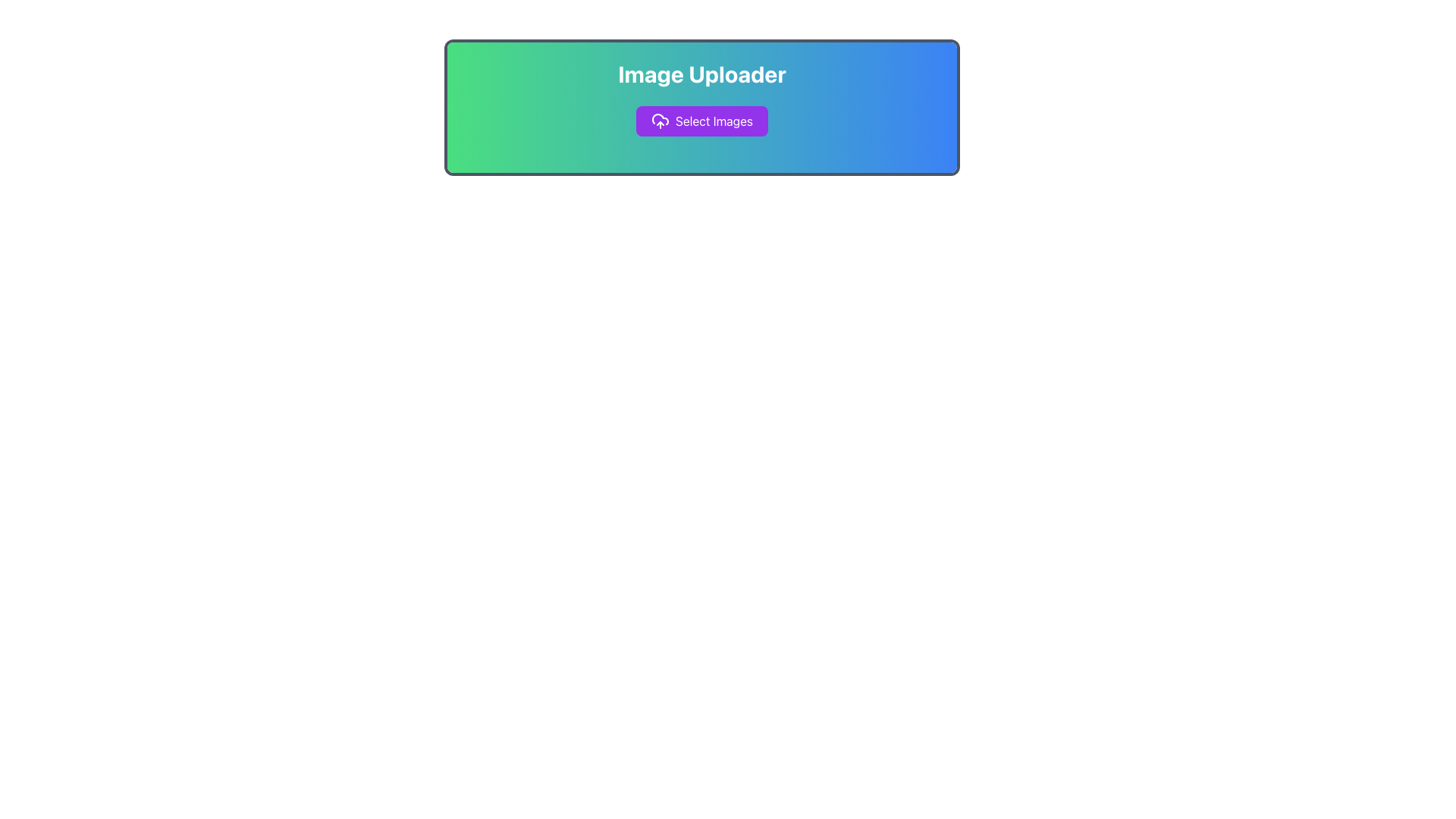 Image resolution: width=1456 pixels, height=819 pixels. What do you see at coordinates (701, 120) in the screenshot?
I see `the 'Select Images' button, which is a horizontally elongated purple button with rounded edges and an upload icon, located beneath the 'Image Uploader' text` at bounding box center [701, 120].